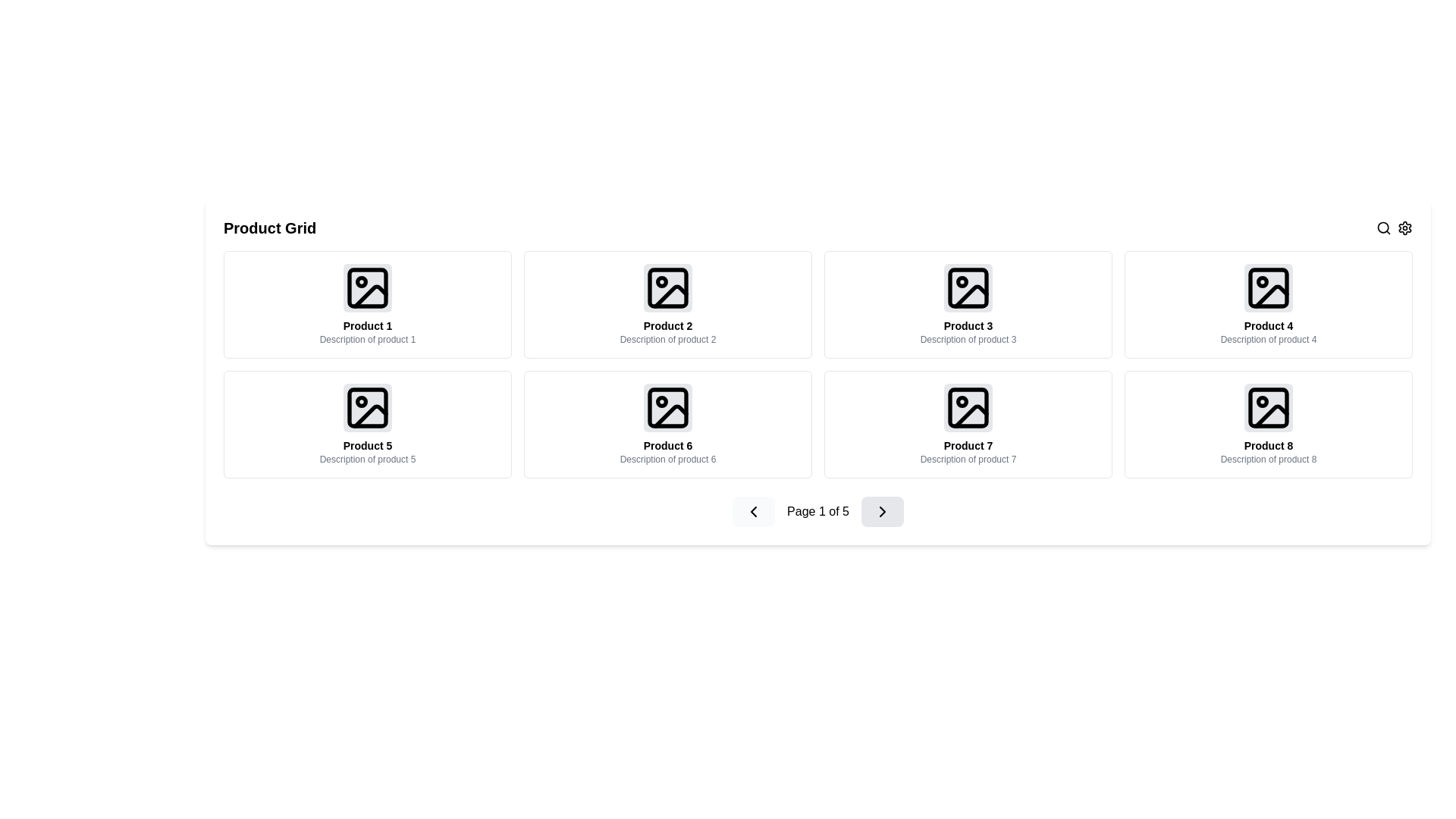 This screenshot has width=1456, height=819. Describe the element at coordinates (753, 512) in the screenshot. I see `the 'Previous' button located within the navigation controls at the bottom center of the interface` at that location.